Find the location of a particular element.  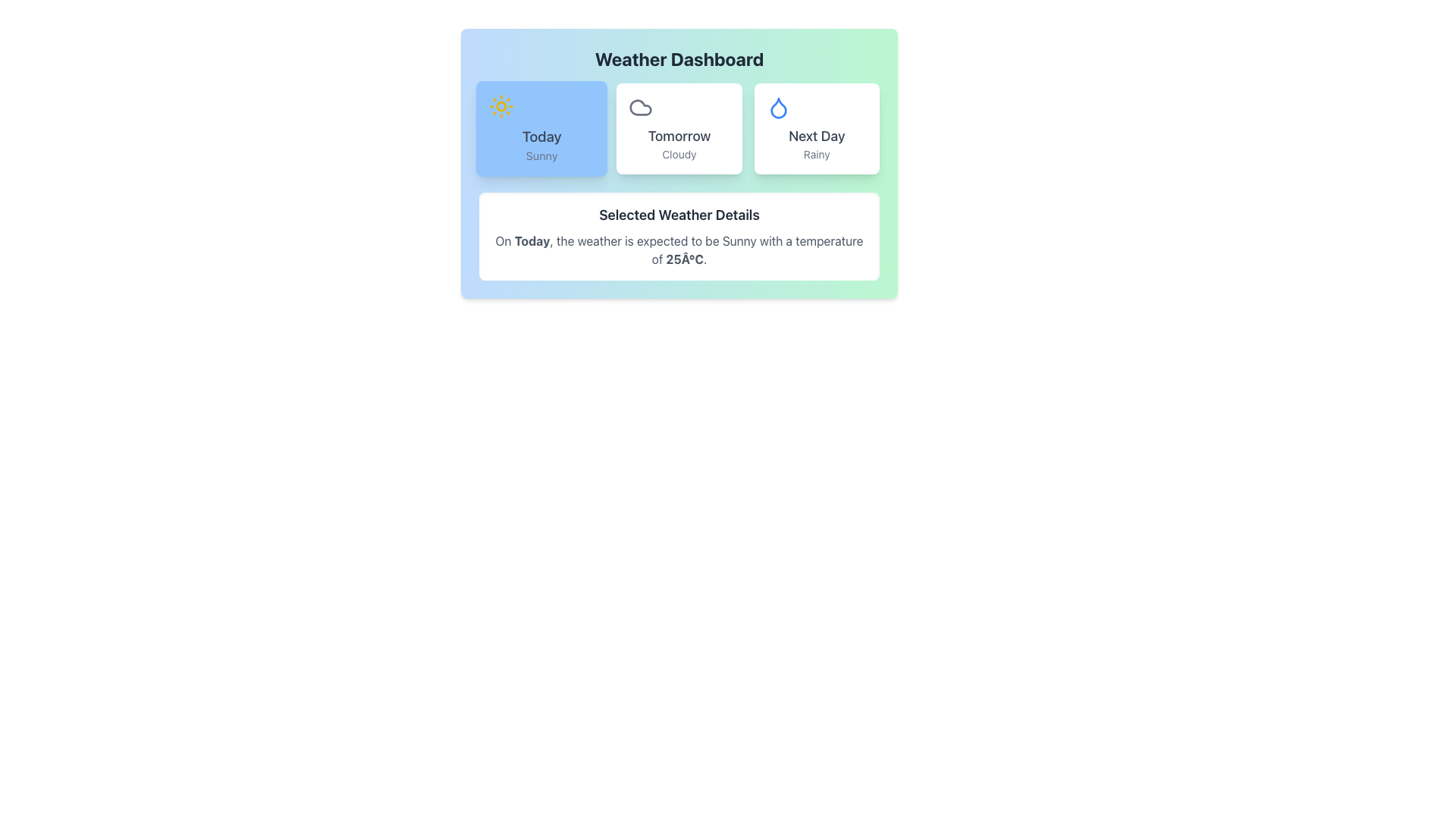

text displayed in the Text Label indicating the predicted weather condition ('Rainy') for the next day, located in the rightmost card under the 'Weather Dashboard' is located at coordinates (816, 155).